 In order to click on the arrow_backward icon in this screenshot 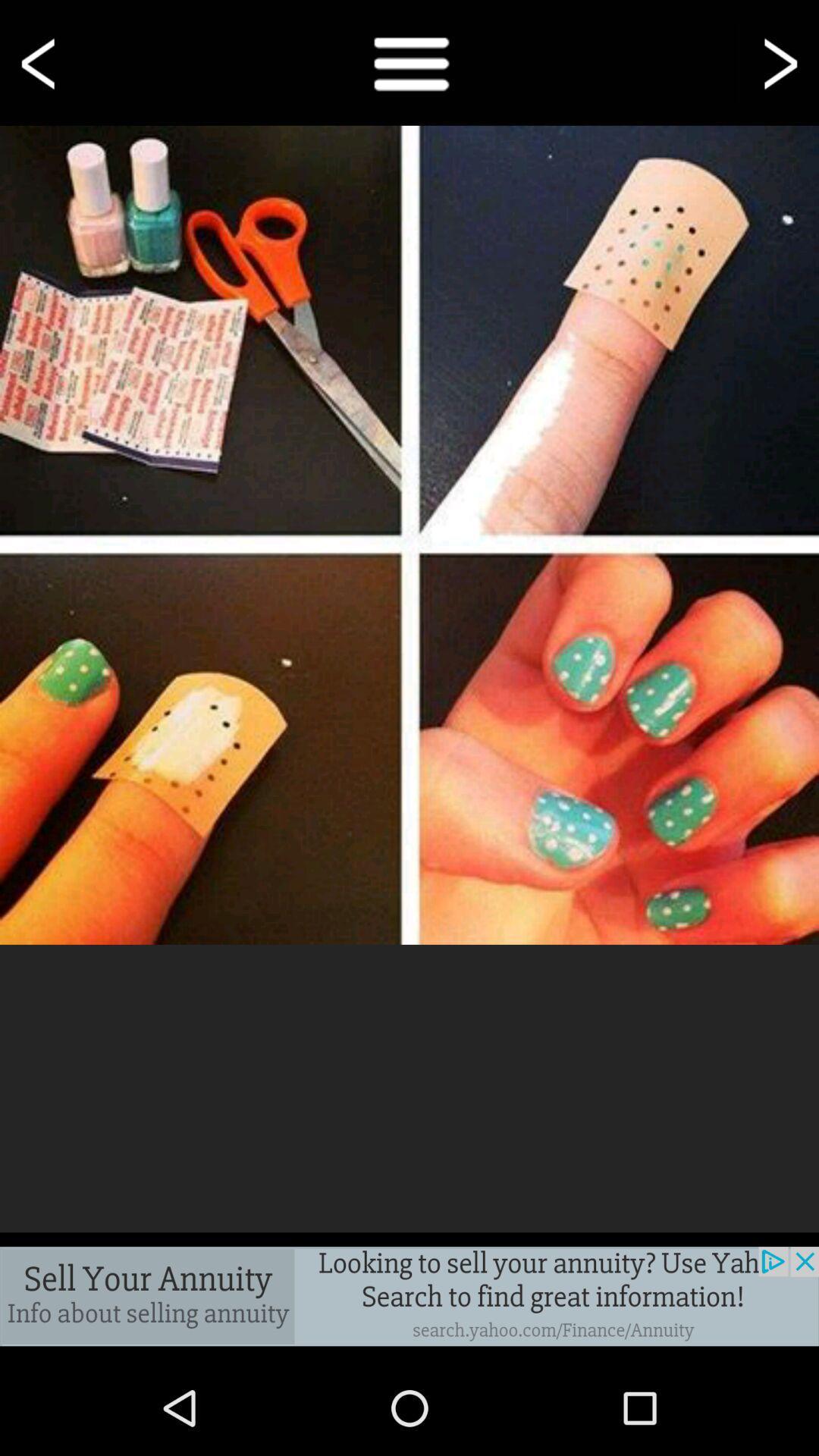, I will do `click(40, 66)`.